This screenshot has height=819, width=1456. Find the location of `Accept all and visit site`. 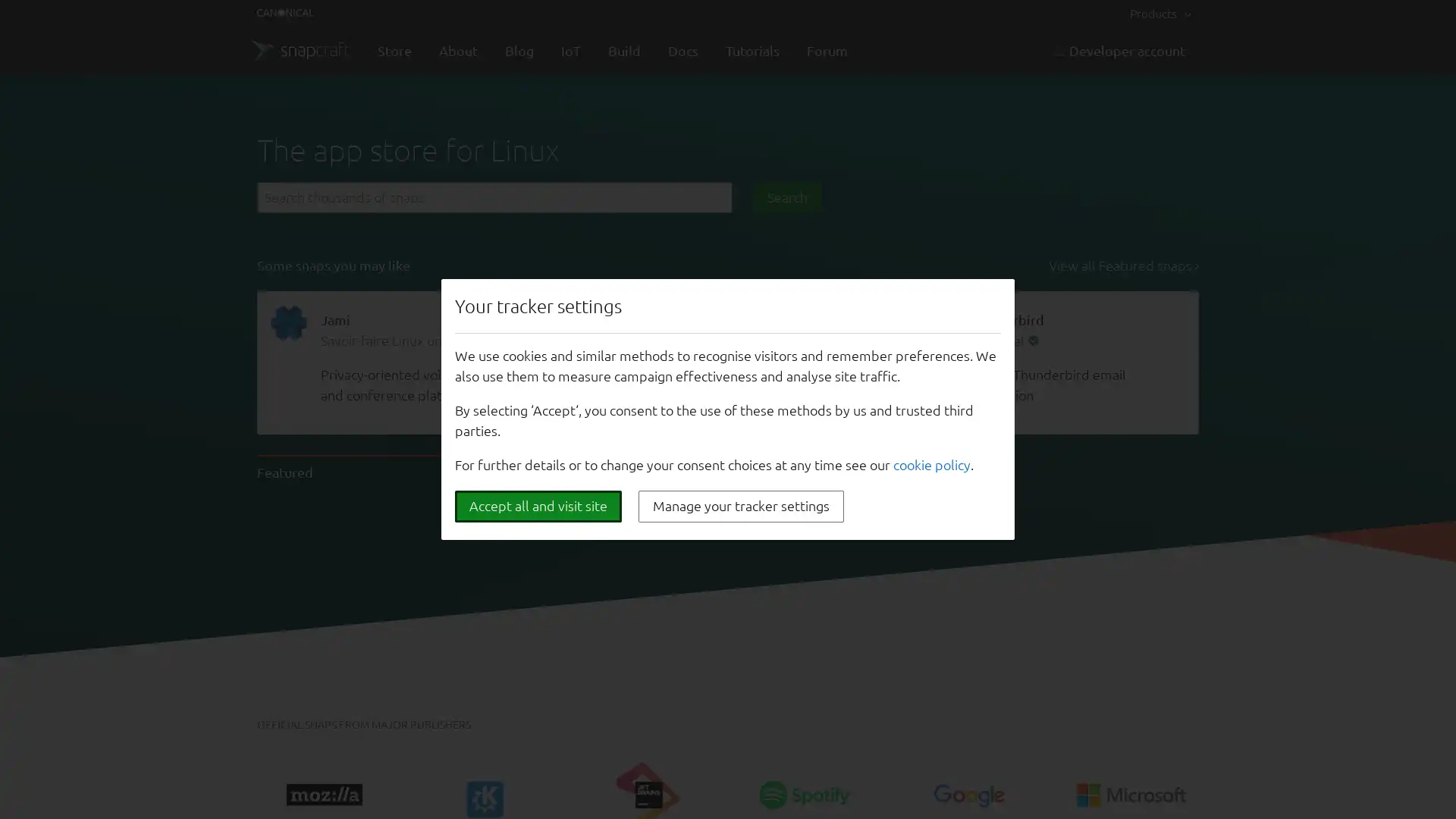

Accept all and visit site is located at coordinates (538, 506).